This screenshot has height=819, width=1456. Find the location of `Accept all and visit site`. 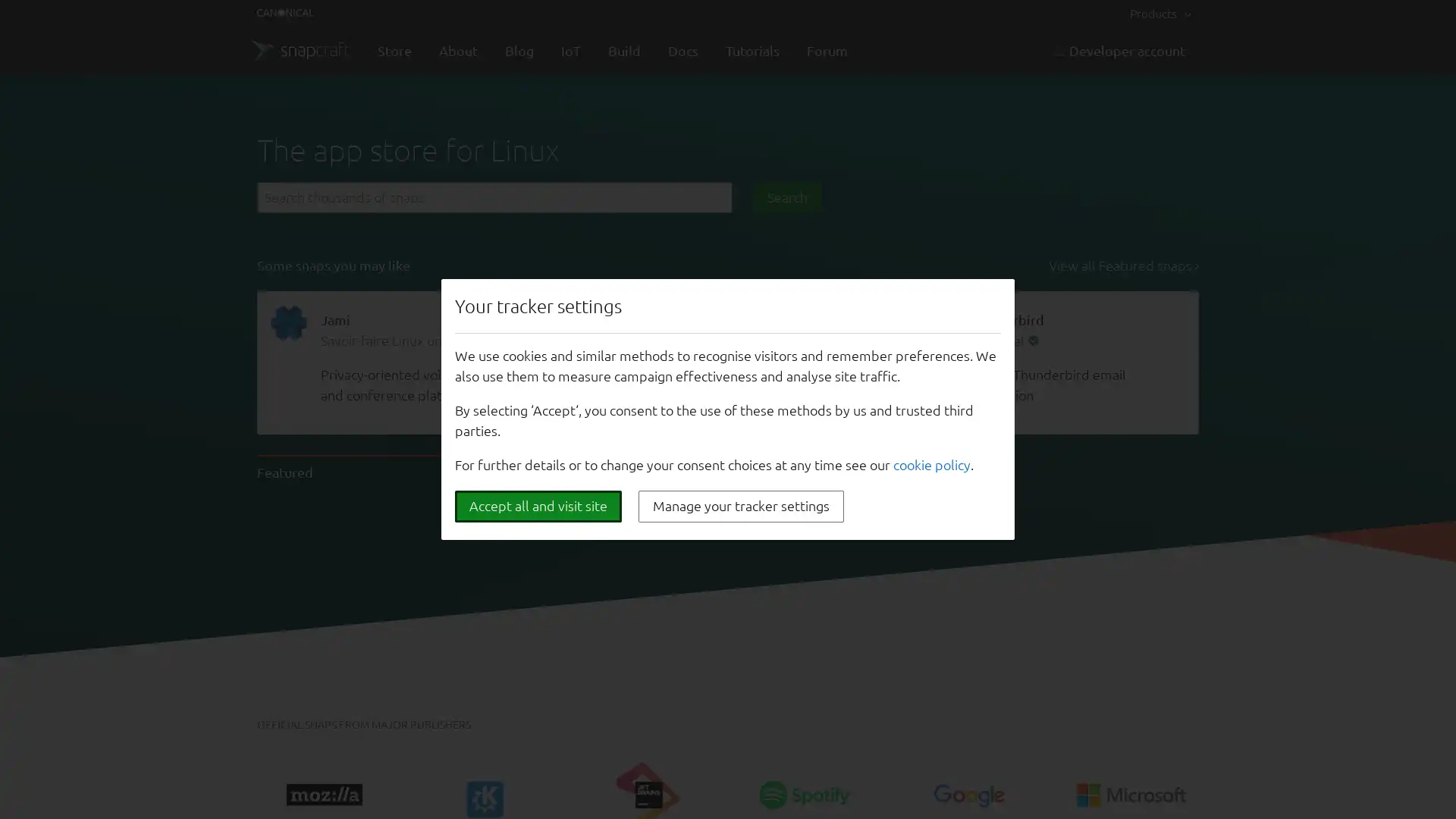

Accept all and visit site is located at coordinates (538, 506).